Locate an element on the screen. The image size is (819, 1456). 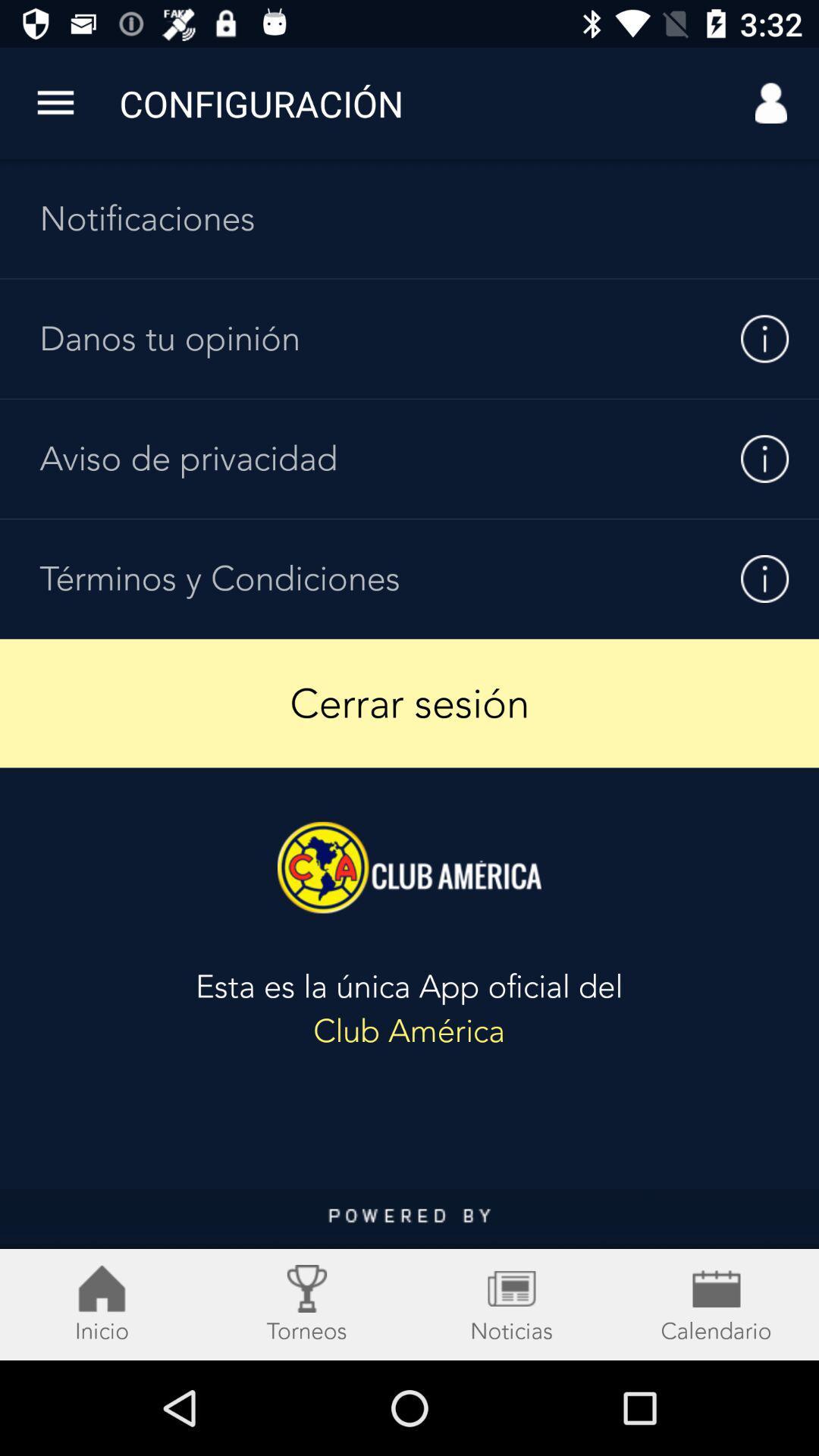
open menu options is located at coordinates (55, 102).